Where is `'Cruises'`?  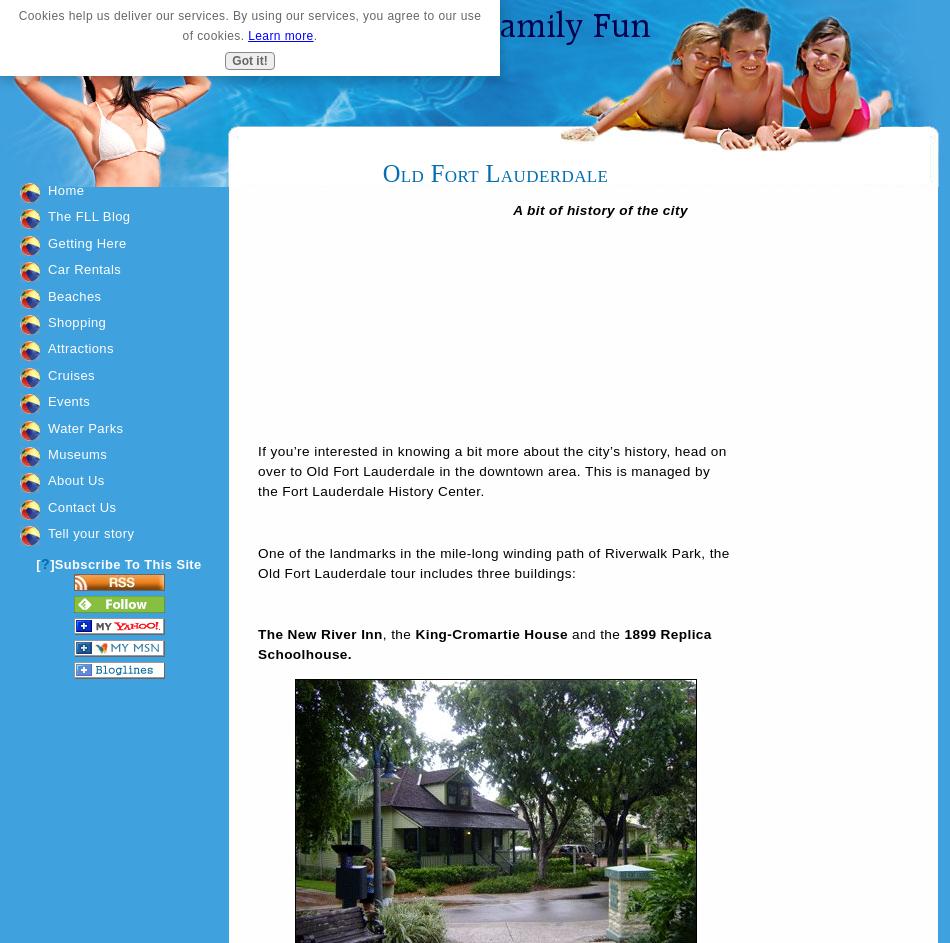
'Cruises' is located at coordinates (70, 373).